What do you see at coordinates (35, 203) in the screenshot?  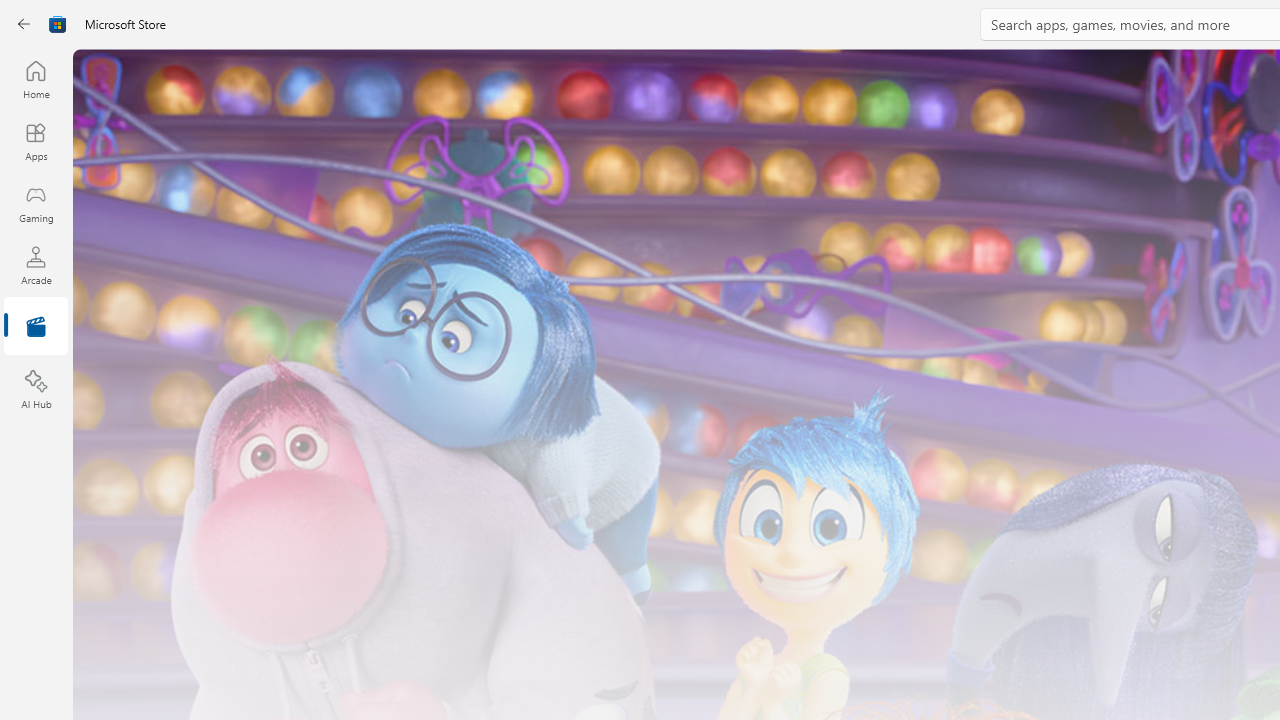 I see `'Gaming'` at bounding box center [35, 203].